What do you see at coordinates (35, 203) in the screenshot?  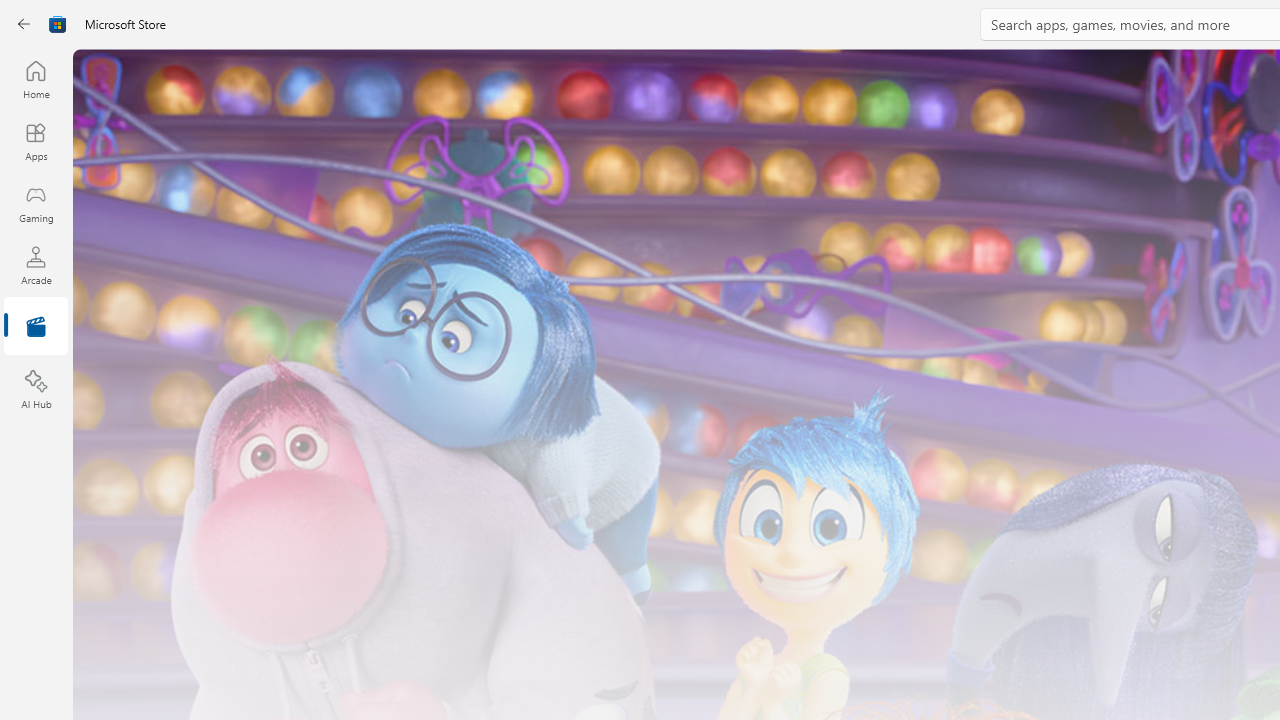 I see `'Gaming'` at bounding box center [35, 203].